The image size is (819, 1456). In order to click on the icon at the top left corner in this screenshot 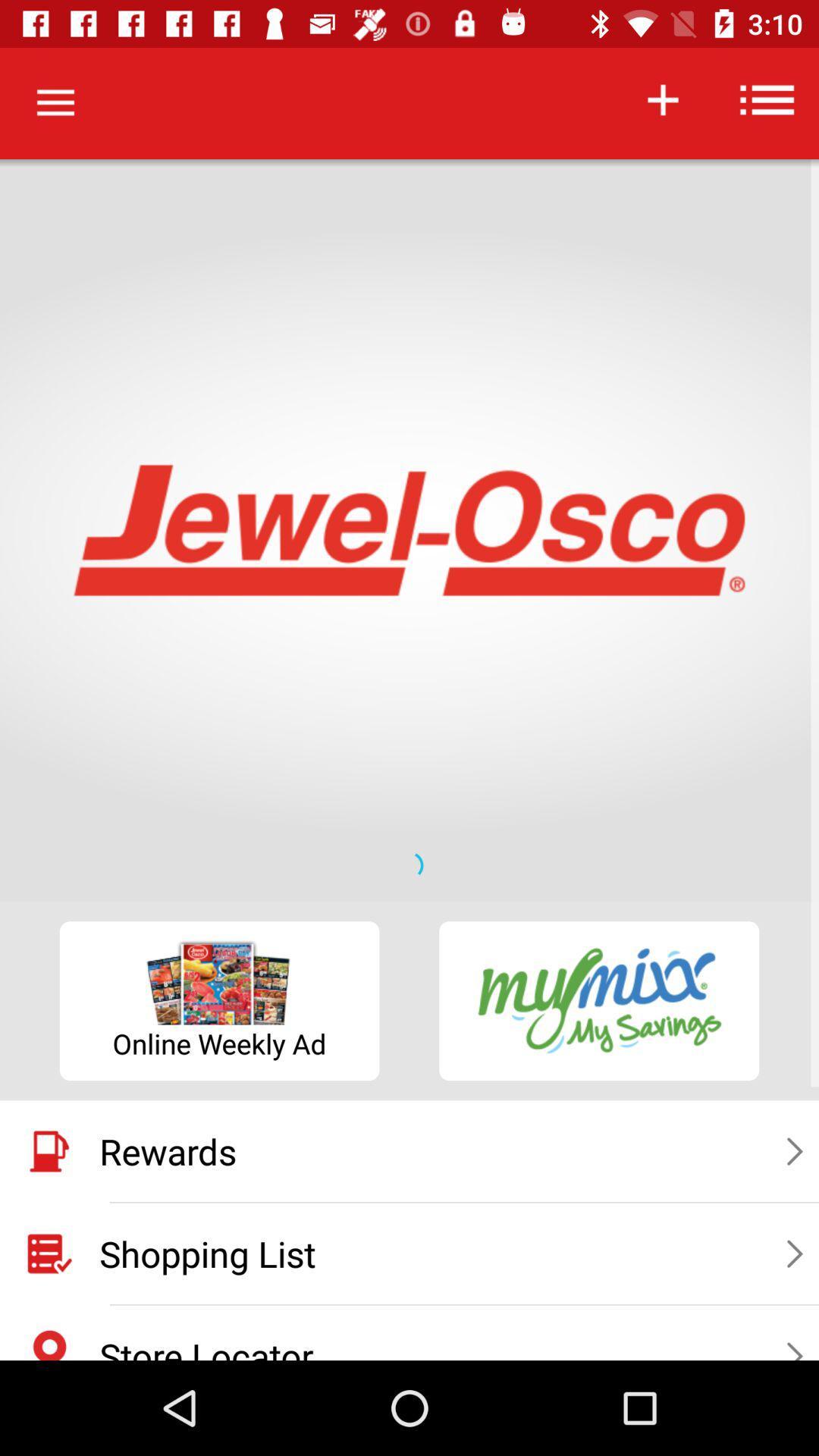, I will do `click(55, 102)`.